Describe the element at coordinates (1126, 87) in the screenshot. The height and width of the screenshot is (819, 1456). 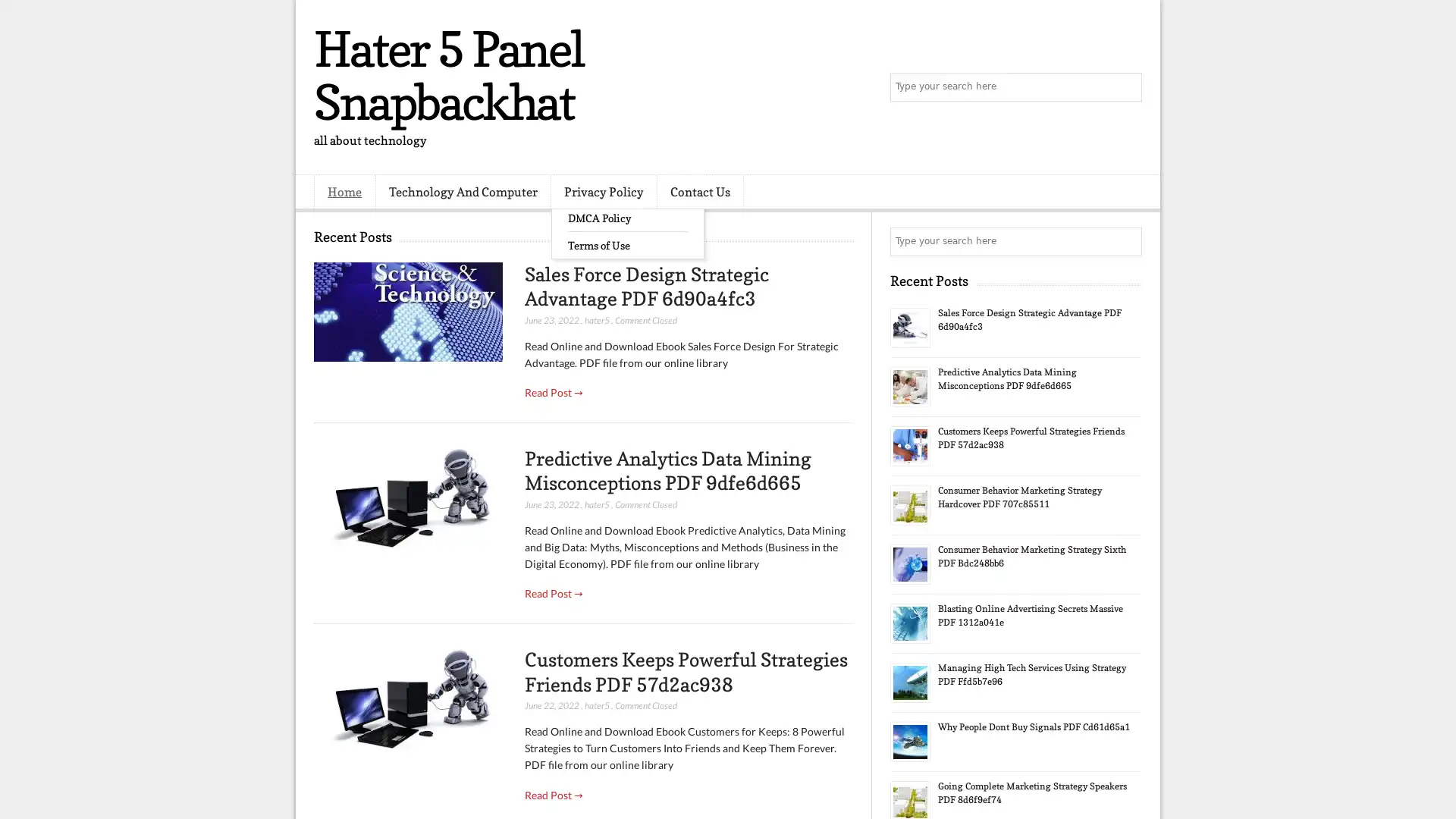
I see `Search` at that location.